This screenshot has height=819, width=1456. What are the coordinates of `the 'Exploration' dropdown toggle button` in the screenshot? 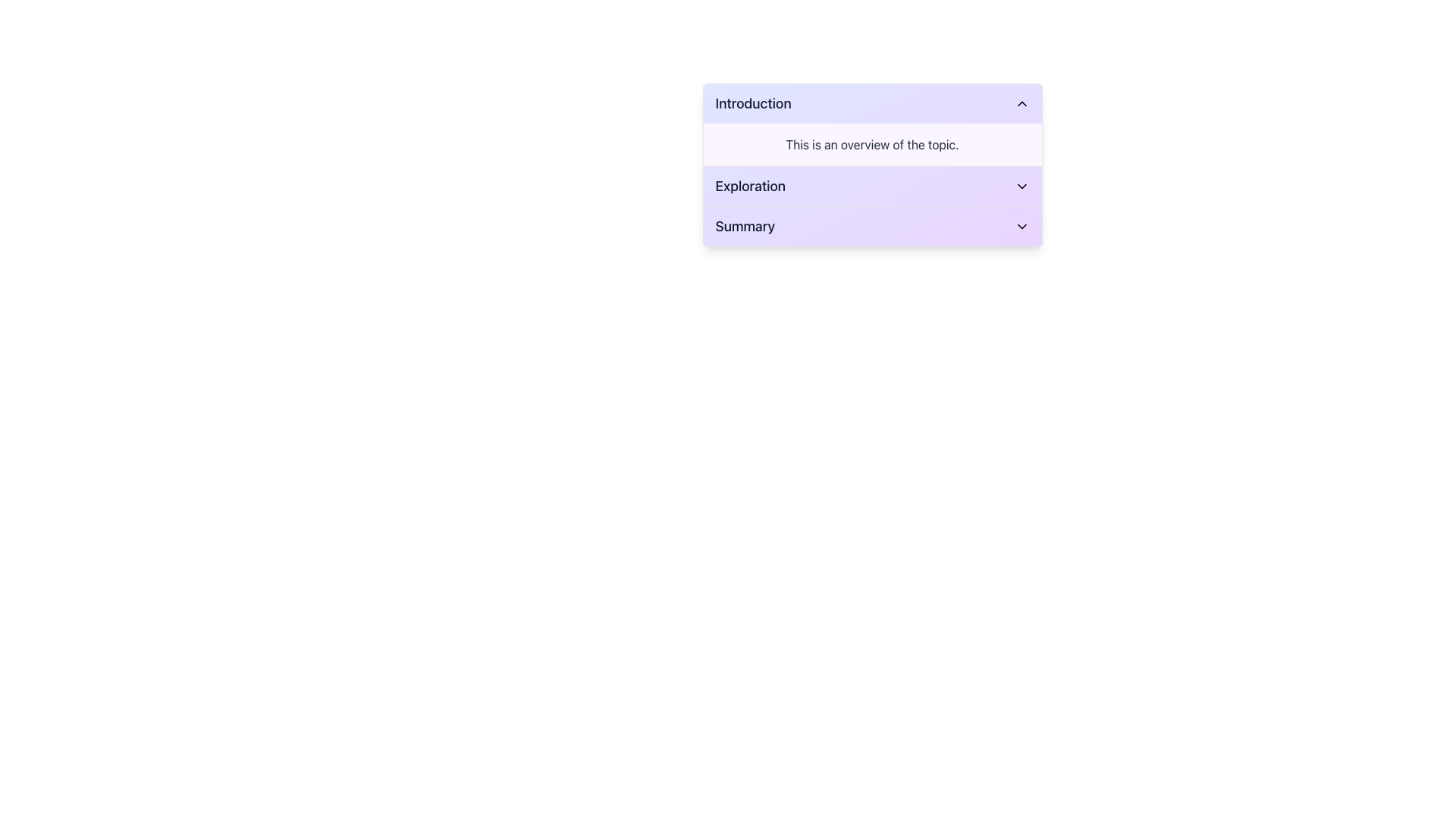 It's located at (872, 186).